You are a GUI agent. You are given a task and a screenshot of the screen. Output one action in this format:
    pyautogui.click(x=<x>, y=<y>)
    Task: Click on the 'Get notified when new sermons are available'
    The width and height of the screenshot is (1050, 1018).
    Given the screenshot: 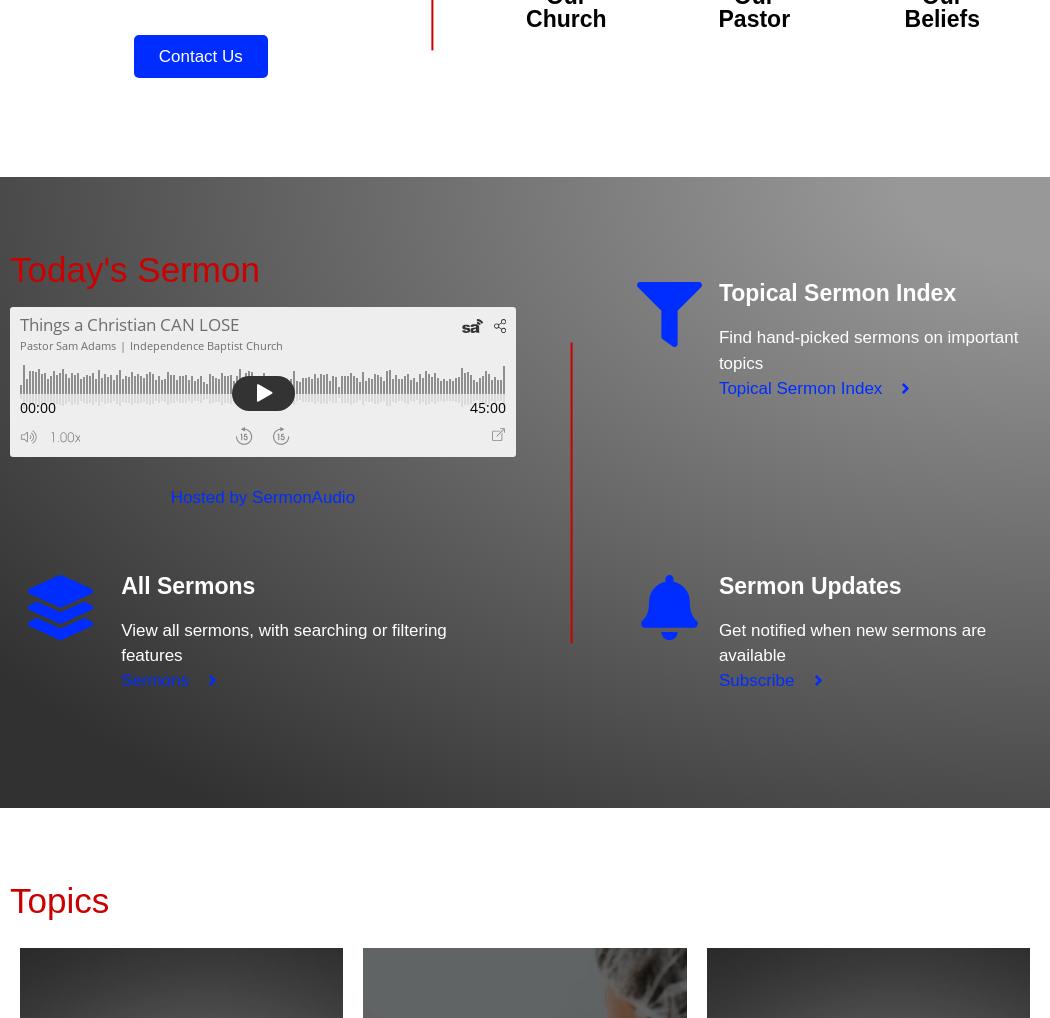 What is the action you would take?
    pyautogui.click(x=851, y=641)
    